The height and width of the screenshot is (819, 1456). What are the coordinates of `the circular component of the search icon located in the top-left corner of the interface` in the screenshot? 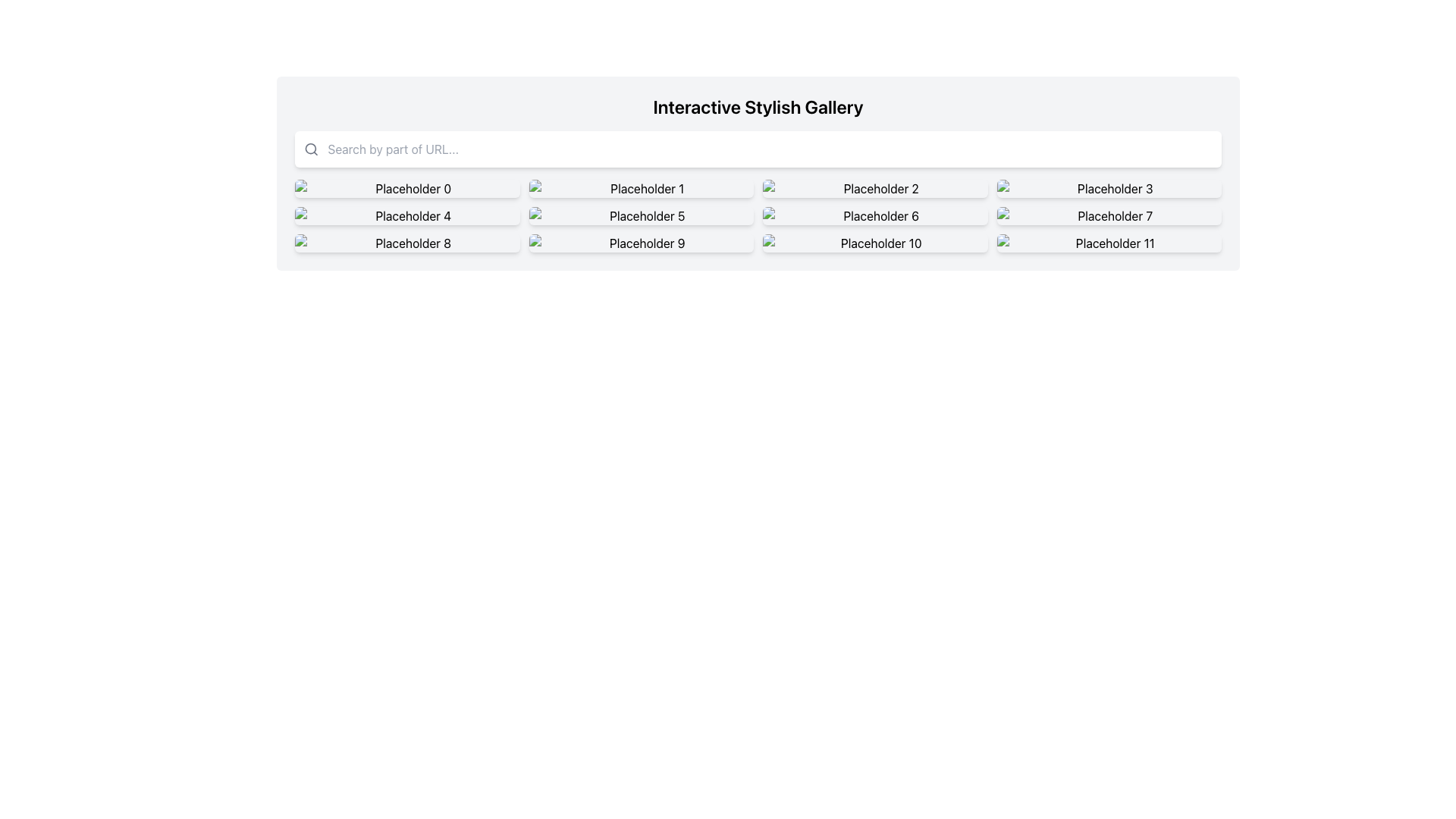 It's located at (309, 149).